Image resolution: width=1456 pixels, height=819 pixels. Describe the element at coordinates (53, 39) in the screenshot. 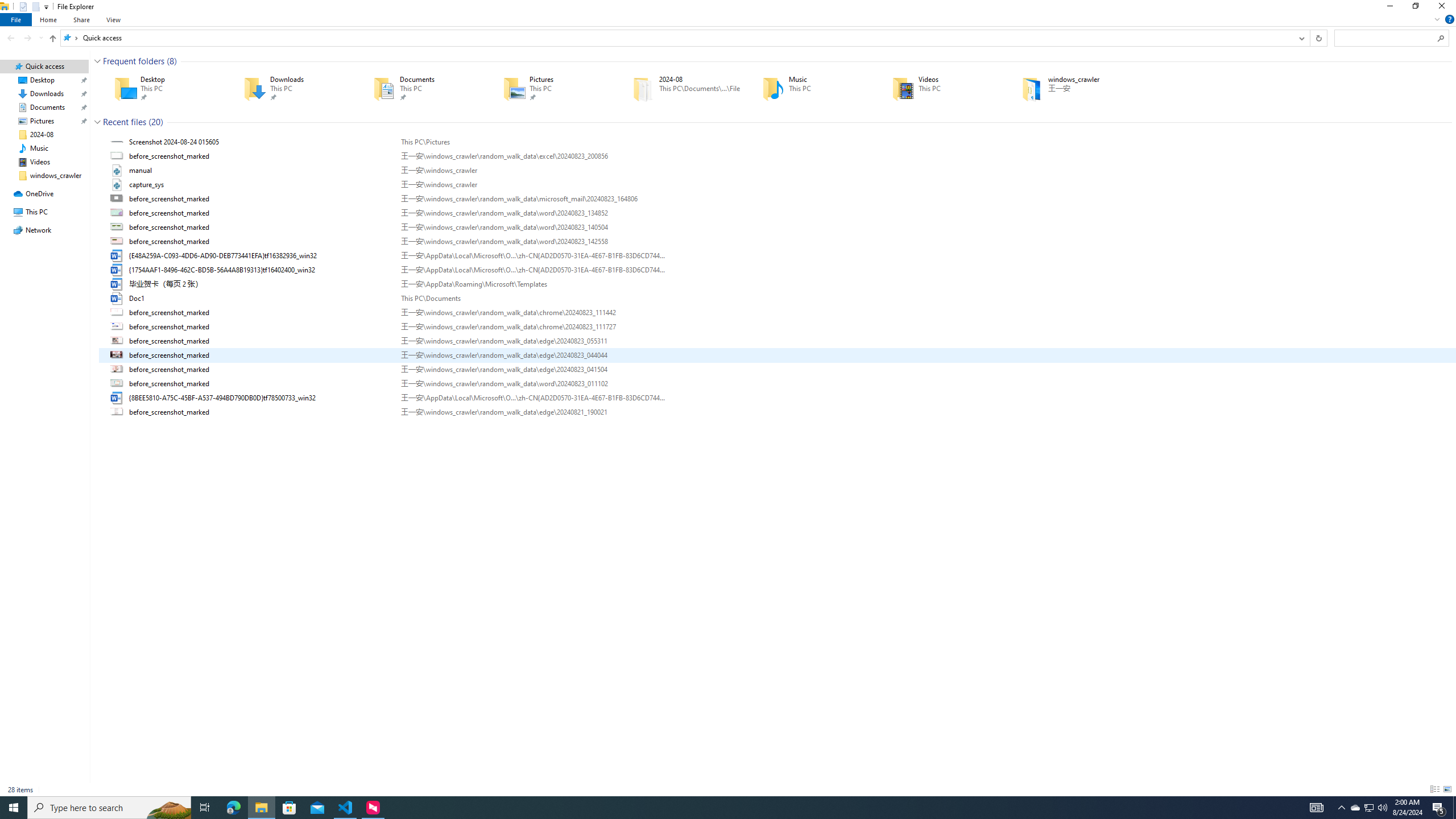

I see `'Up band toolbar'` at that location.